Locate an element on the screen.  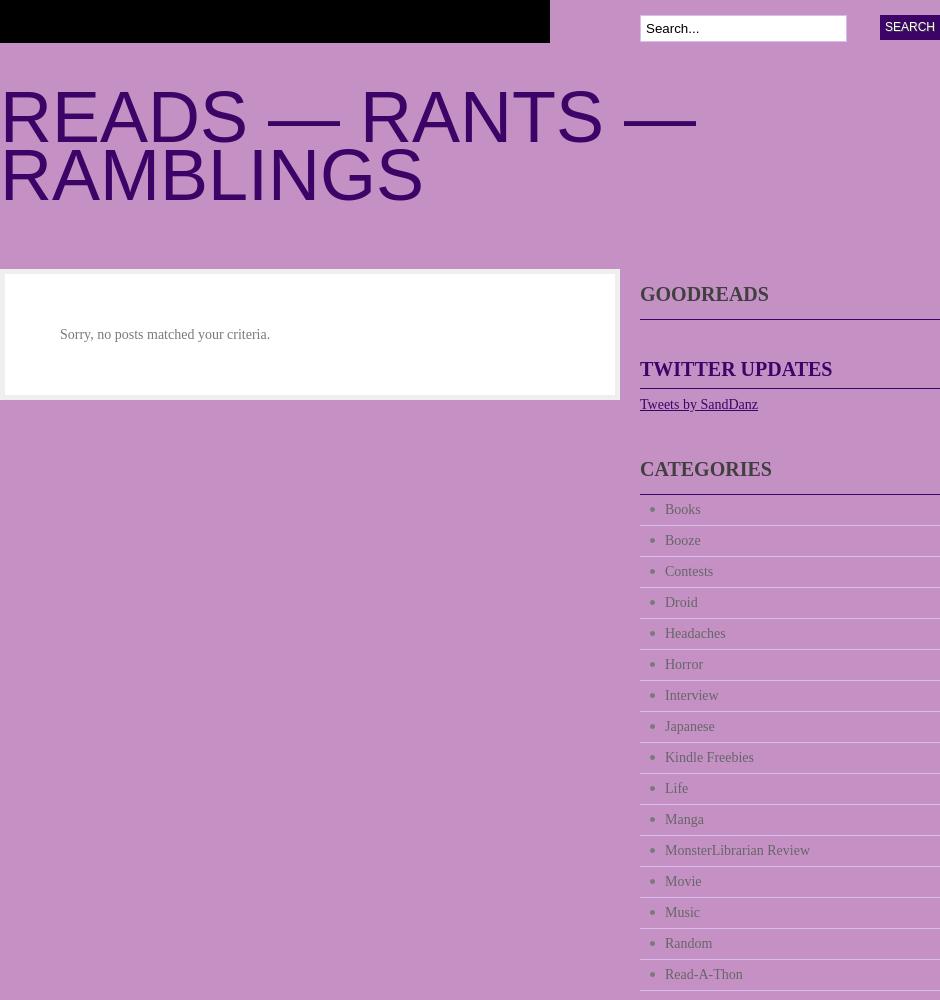
'Read-A-Thon' is located at coordinates (702, 973).